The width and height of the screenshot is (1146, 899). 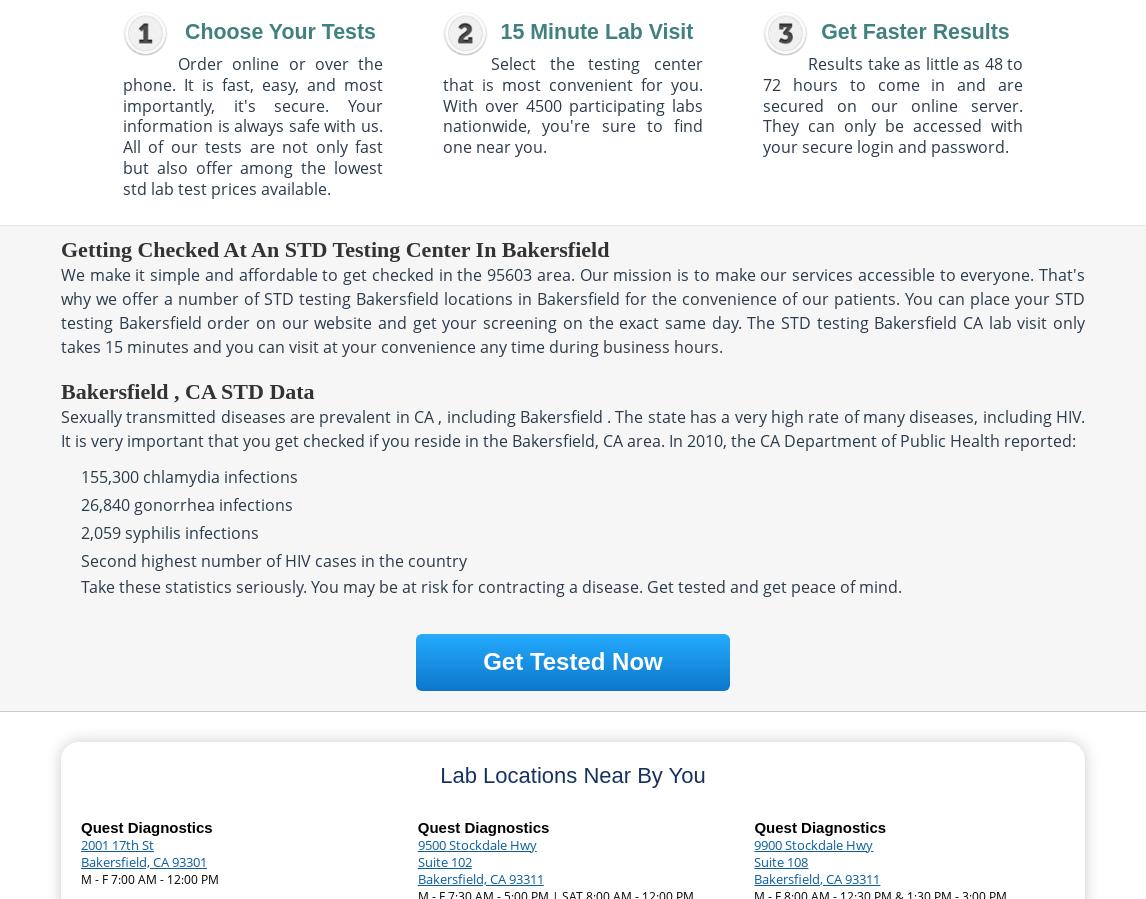 I want to click on 'Results take as little as 48 to 72 hours to come in and are secured on our online server. They can only be accessed with your secure login and password.', so click(x=891, y=104).